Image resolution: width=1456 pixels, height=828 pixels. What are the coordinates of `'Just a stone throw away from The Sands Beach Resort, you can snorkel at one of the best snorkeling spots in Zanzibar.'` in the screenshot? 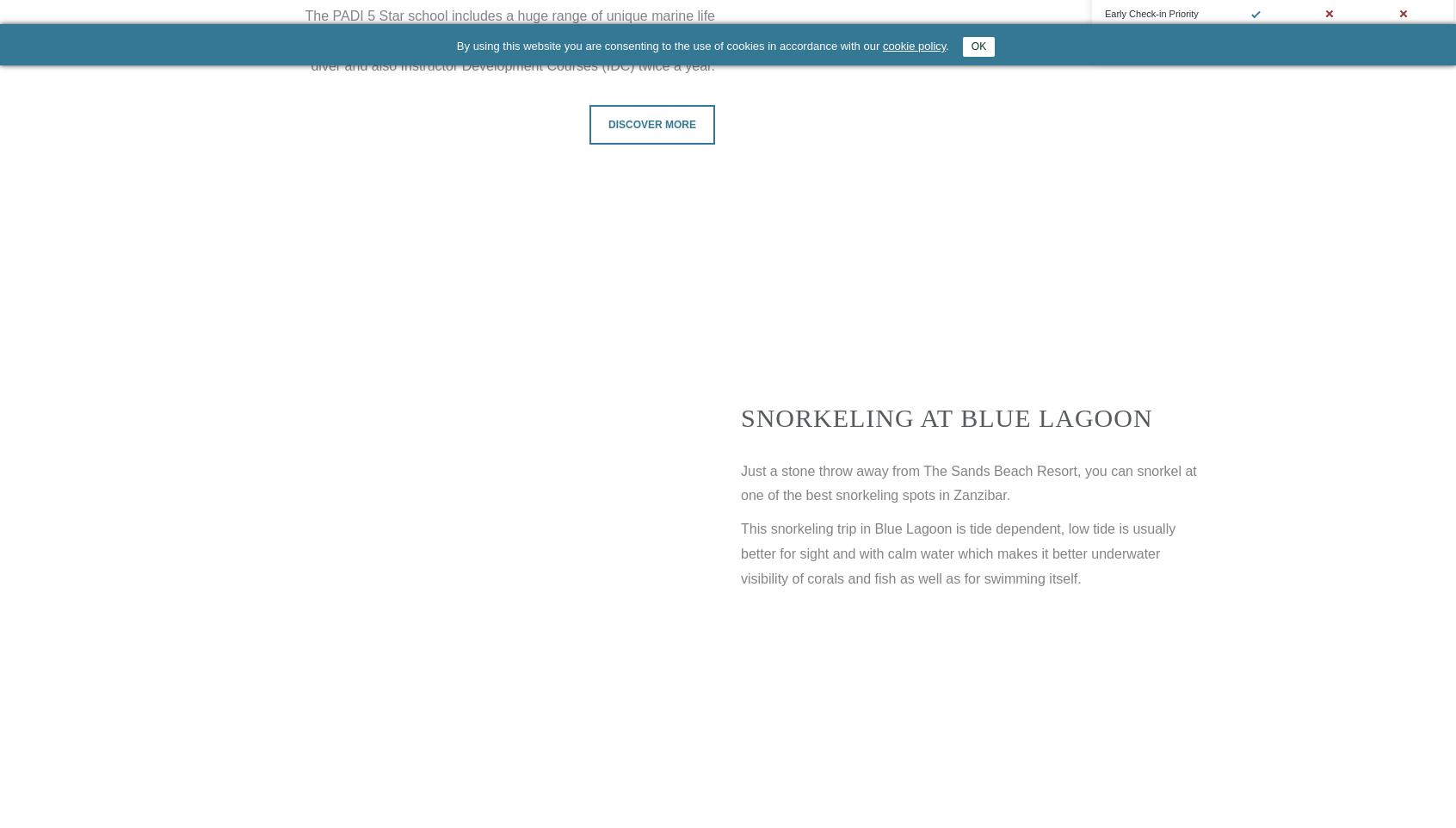 It's located at (968, 483).